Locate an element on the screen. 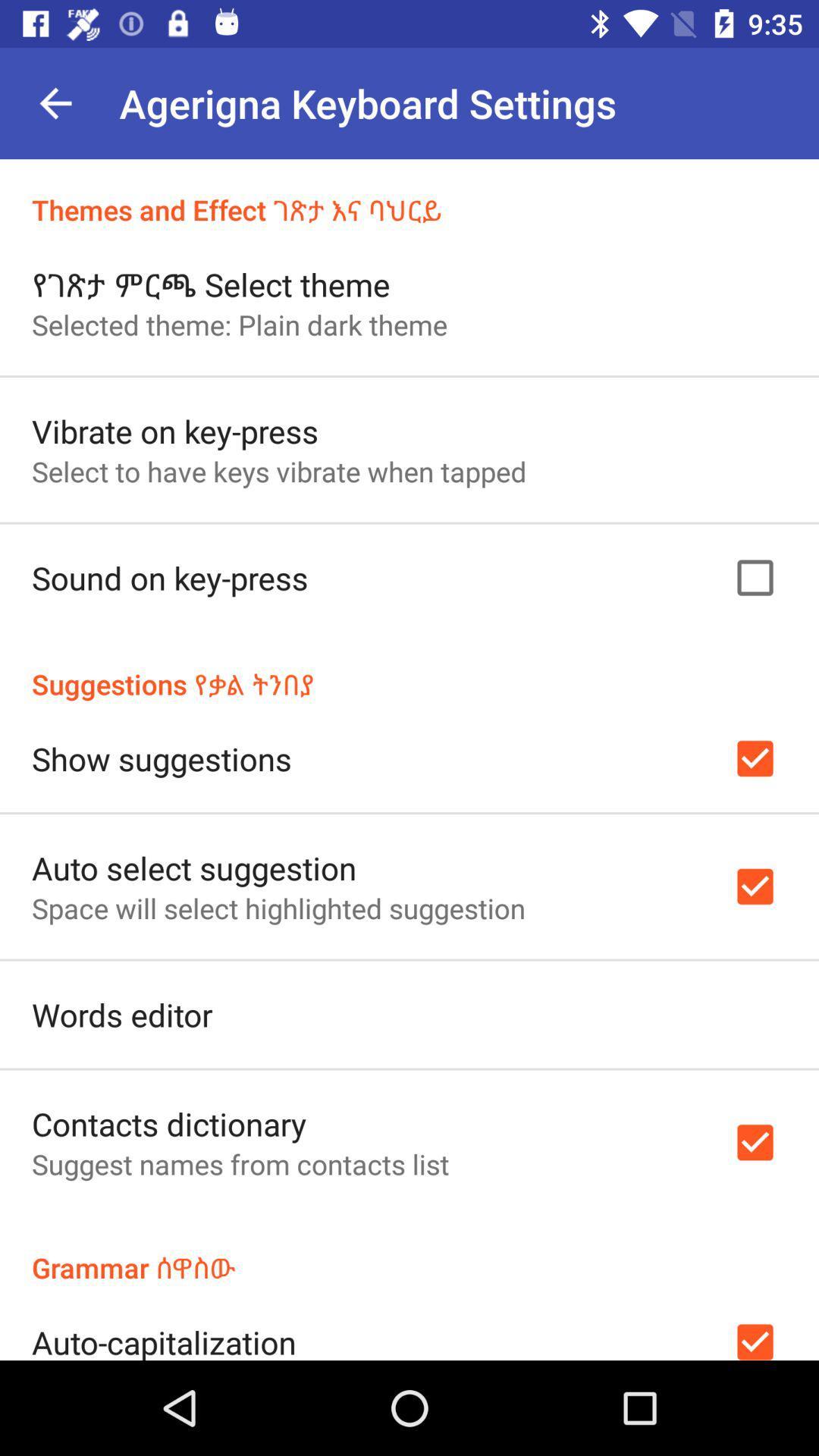 The width and height of the screenshot is (819, 1456). the icon above words editor is located at coordinates (278, 908).